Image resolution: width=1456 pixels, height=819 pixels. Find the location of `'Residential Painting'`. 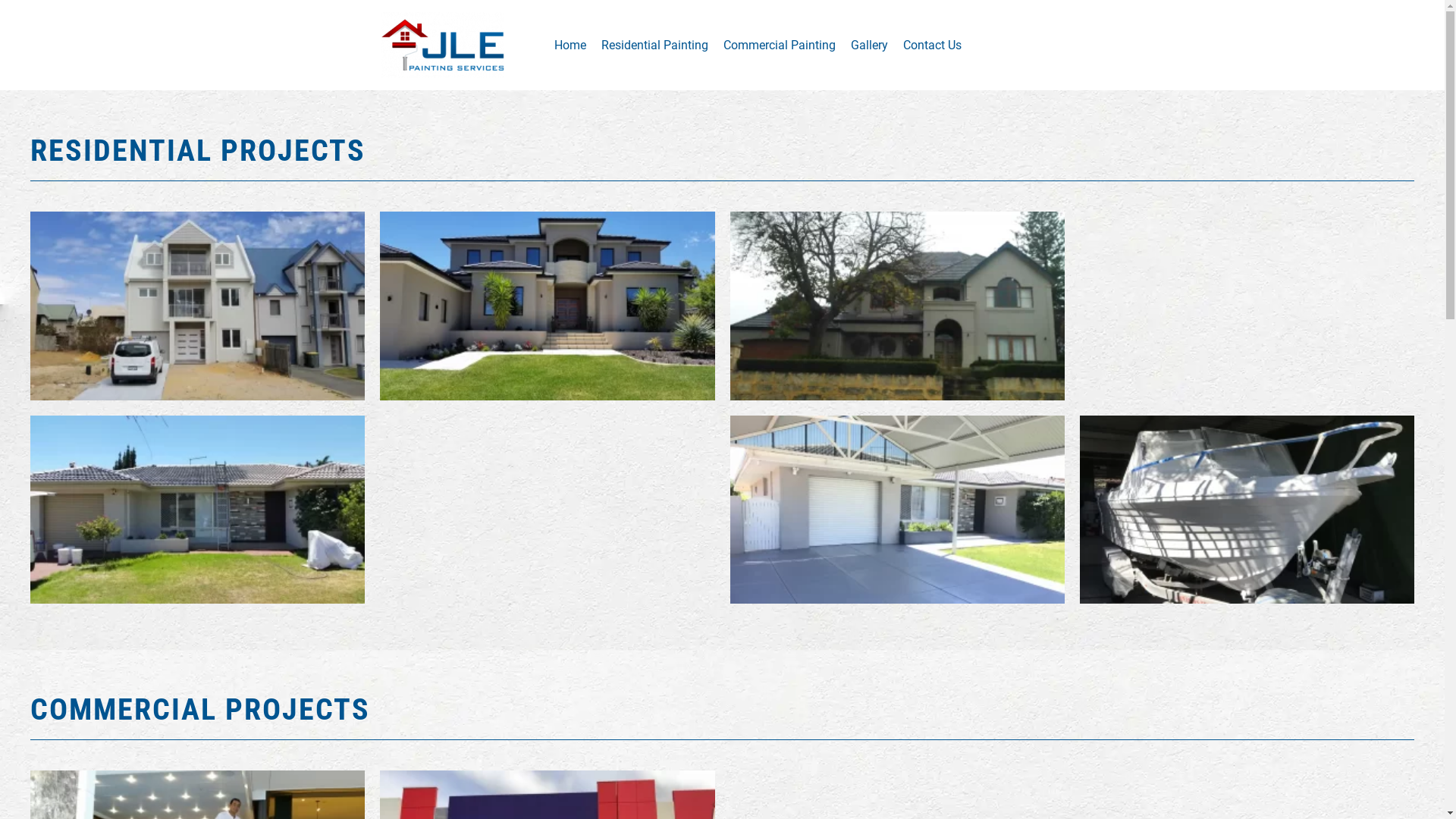

'Residential Painting' is located at coordinates (654, 43).